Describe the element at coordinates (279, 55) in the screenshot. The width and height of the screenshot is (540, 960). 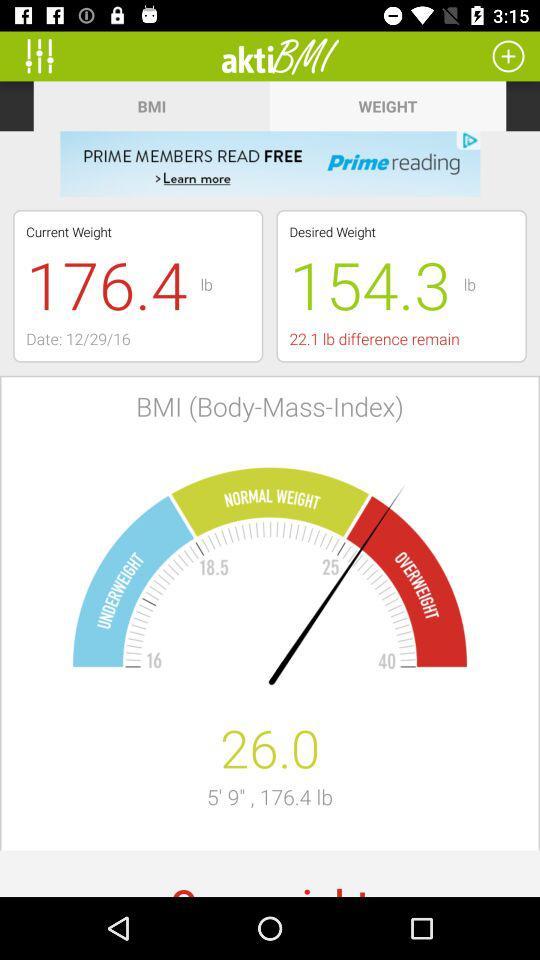
I see `icon above the bmi item` at that location.